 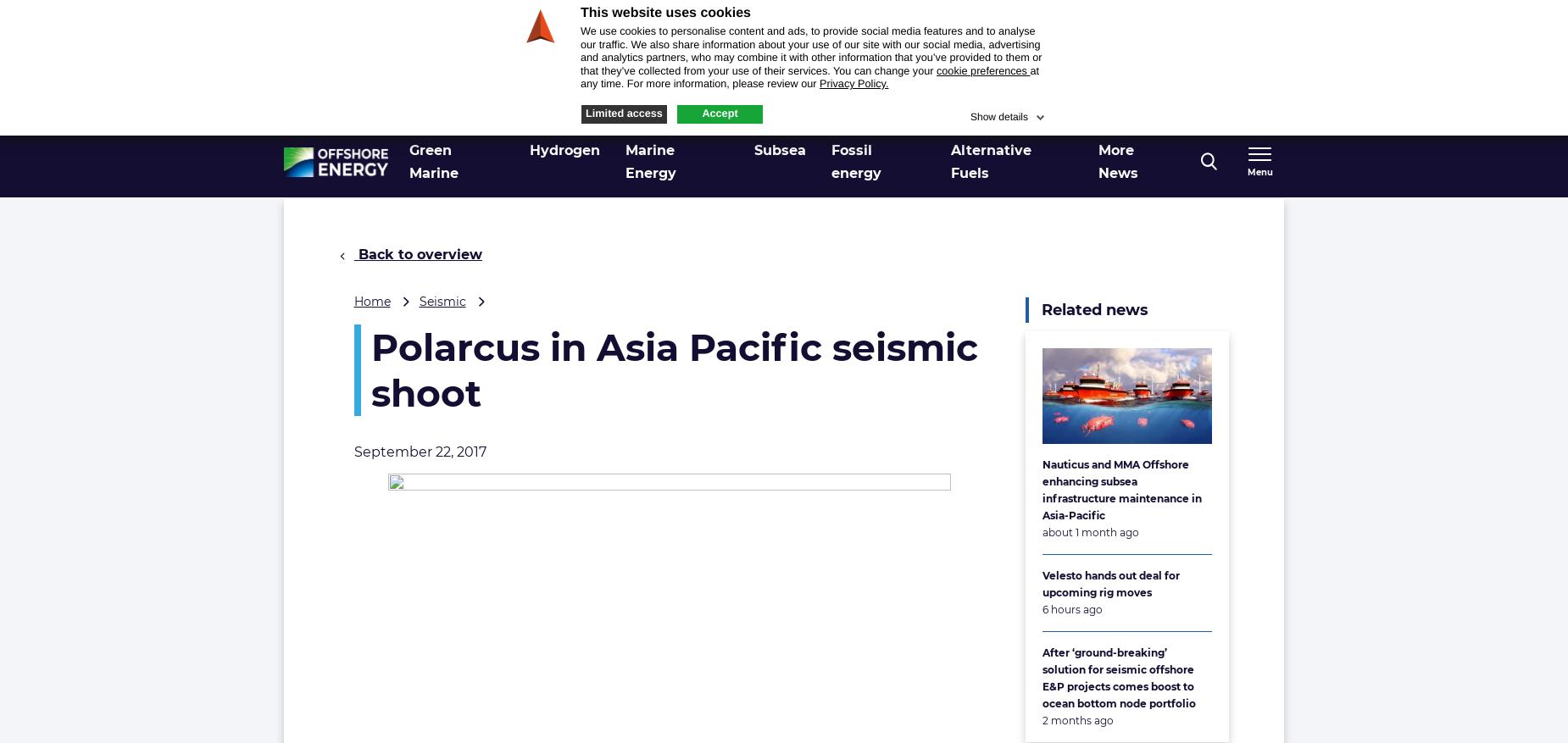 What do you see at coordinates (418, 253) in the screenshot?
I see `'Back to overview'` at bounding box center [418, 253].